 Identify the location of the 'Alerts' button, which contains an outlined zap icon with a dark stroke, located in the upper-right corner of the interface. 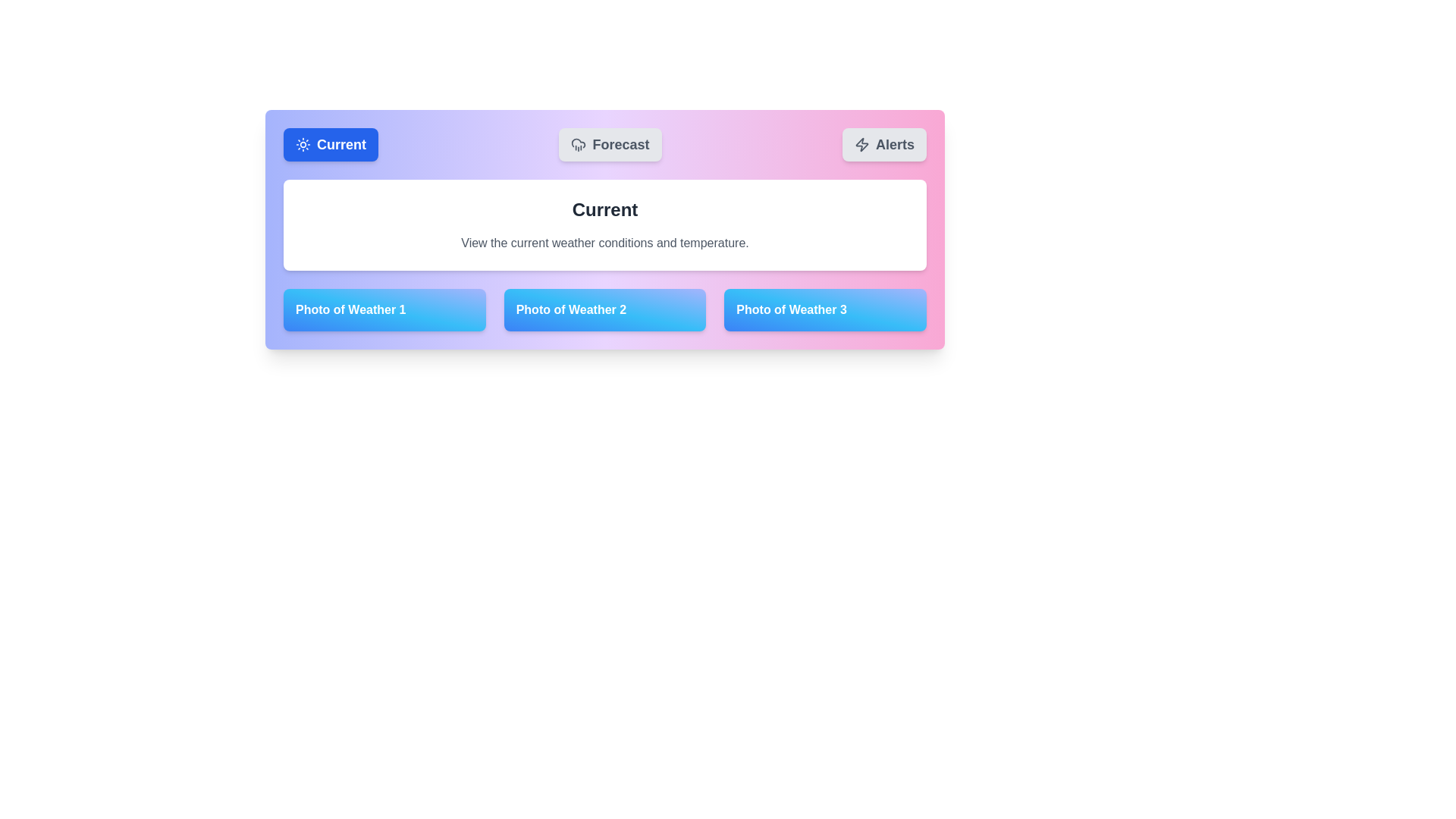
(862, 145).